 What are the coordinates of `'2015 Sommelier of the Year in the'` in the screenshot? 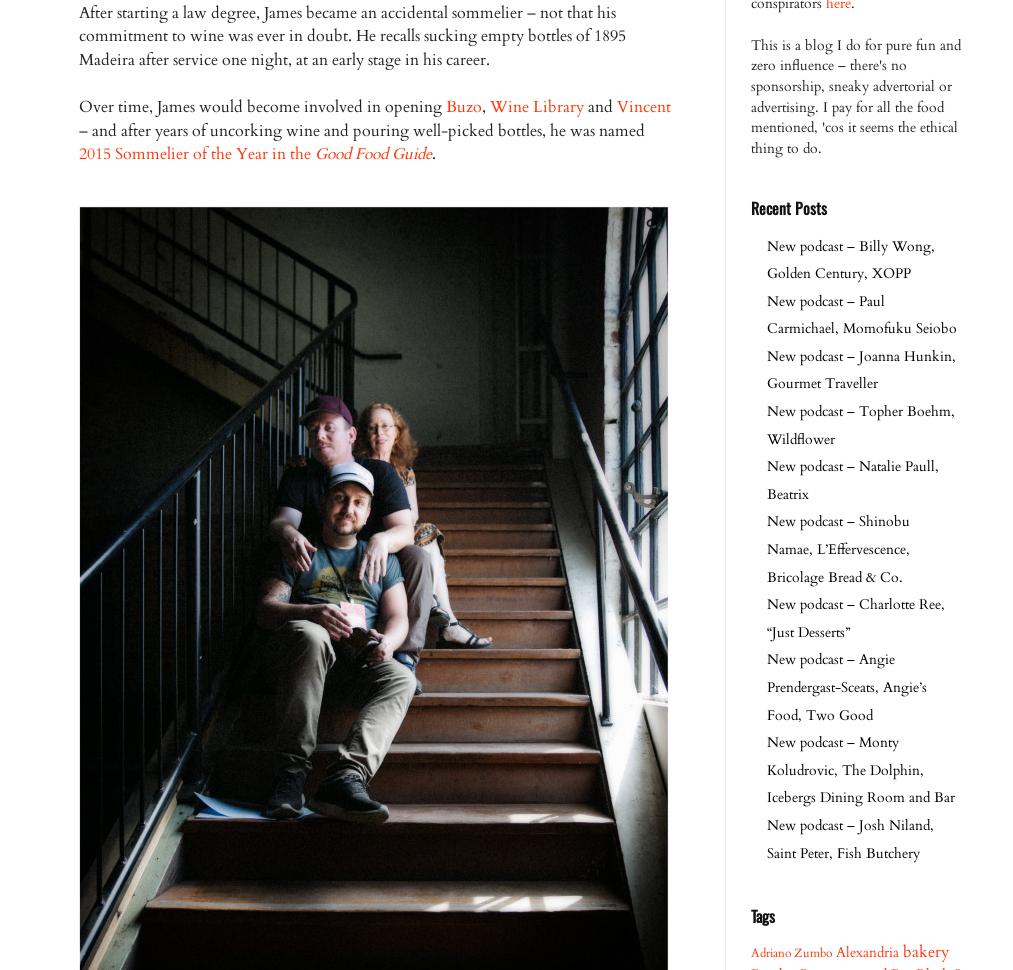 It's located at (197, 153).